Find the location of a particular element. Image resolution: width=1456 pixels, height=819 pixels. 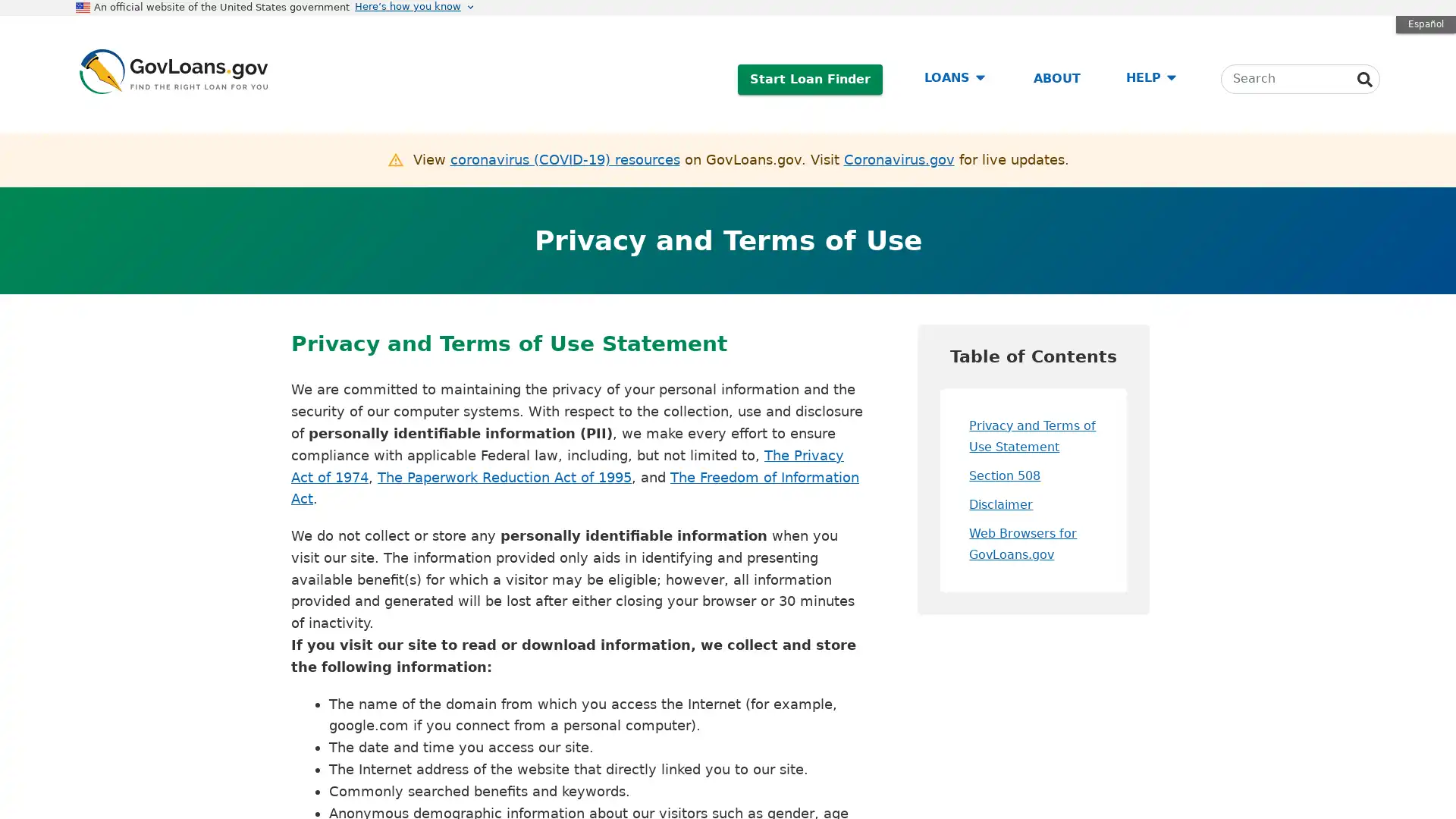

Web Browsers for GovLoans.gov is located at coordinates (1032, 543).